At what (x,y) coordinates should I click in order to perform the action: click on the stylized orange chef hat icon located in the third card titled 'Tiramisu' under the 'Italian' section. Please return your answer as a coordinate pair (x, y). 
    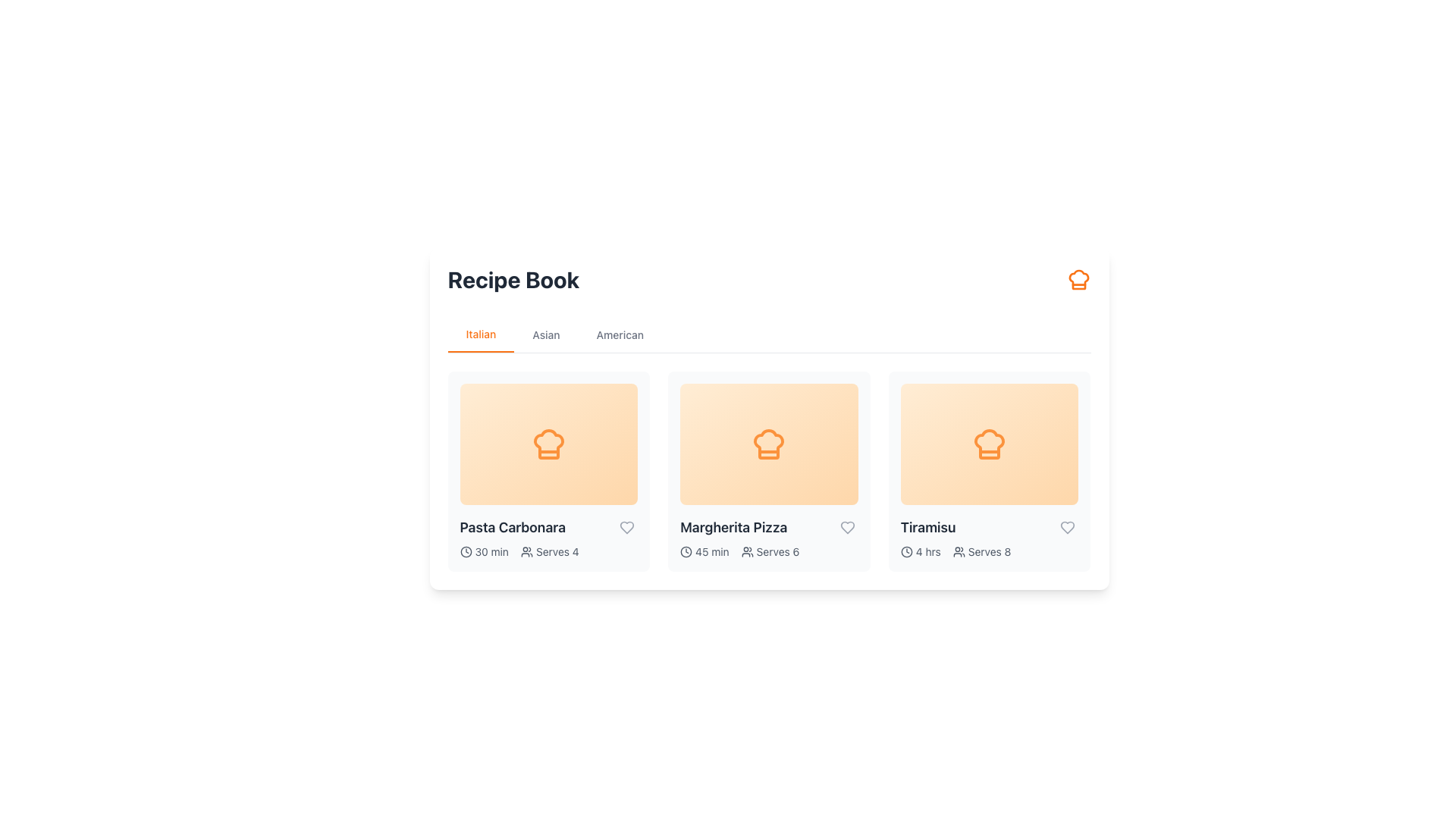
    Looking at the image, I should click on (990, 444).